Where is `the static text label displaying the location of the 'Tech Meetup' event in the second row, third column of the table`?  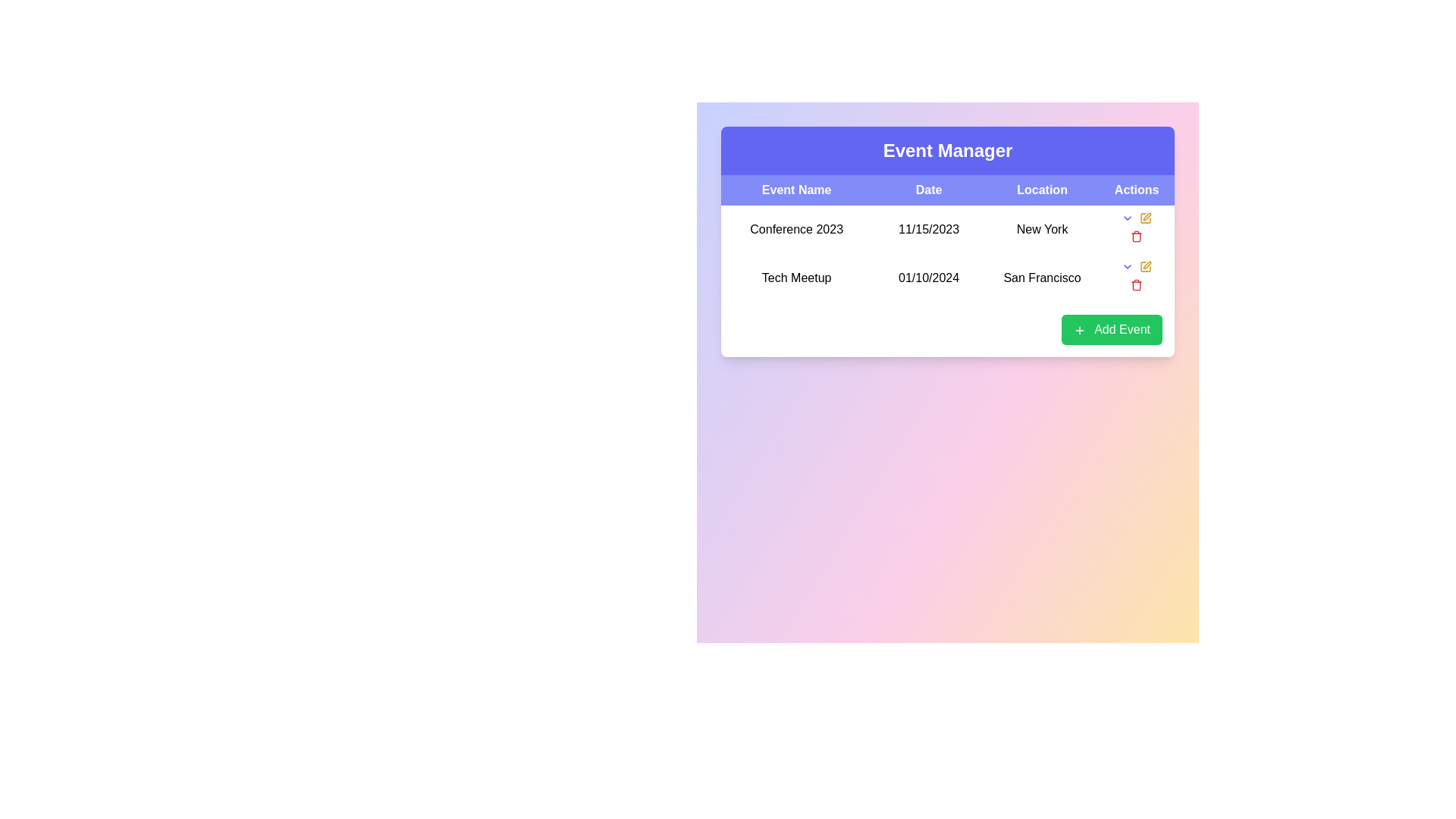 the static text label displaying the location of the 'Tech Meetup' event in the second row, third column of the table is located at coordinates (1041, 278).